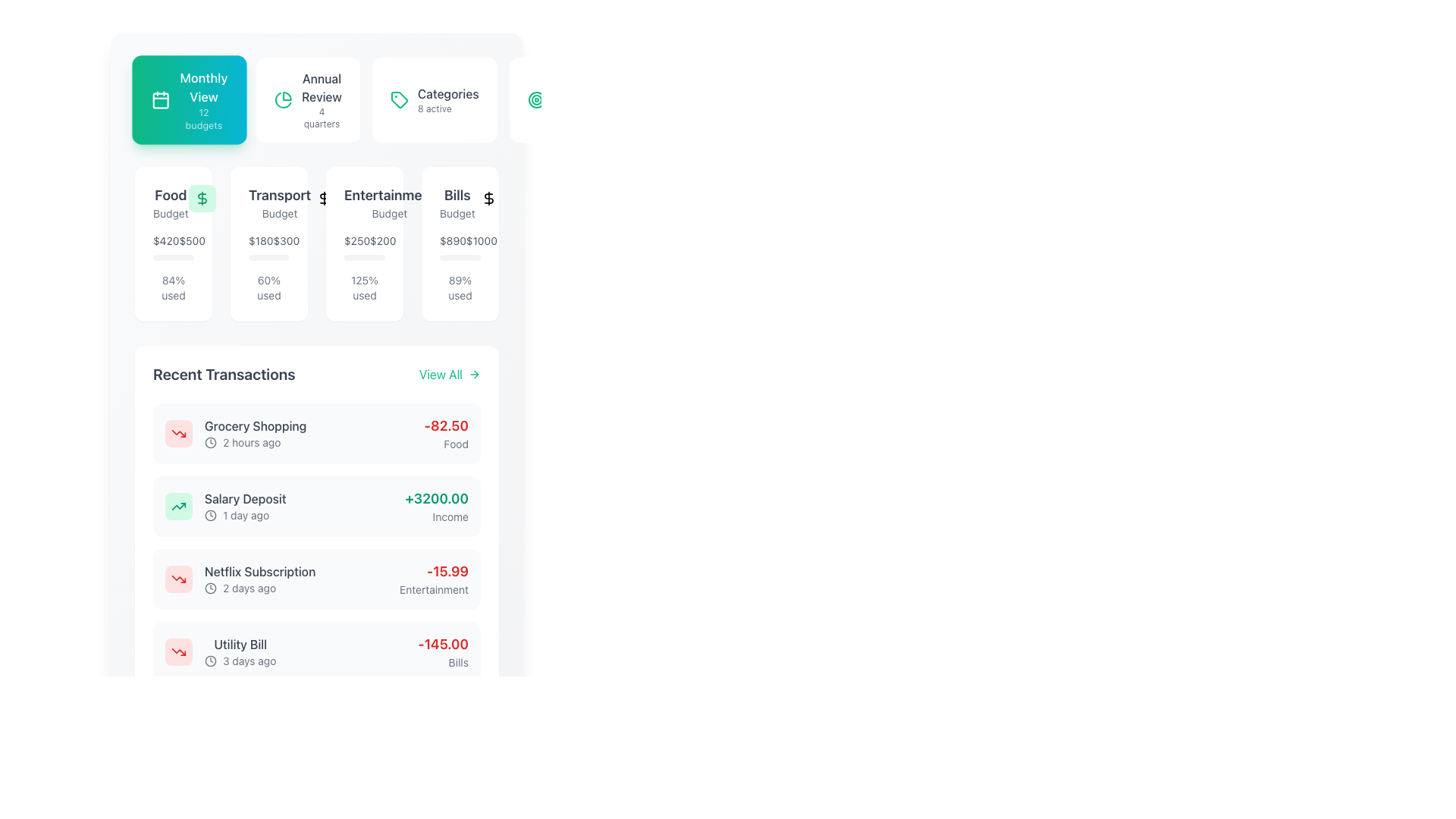  Describe the element at coordinates (171, 202) in the screenshot. I see `the 'Food' budget category text label located at the top-left of the card grid` at that location.